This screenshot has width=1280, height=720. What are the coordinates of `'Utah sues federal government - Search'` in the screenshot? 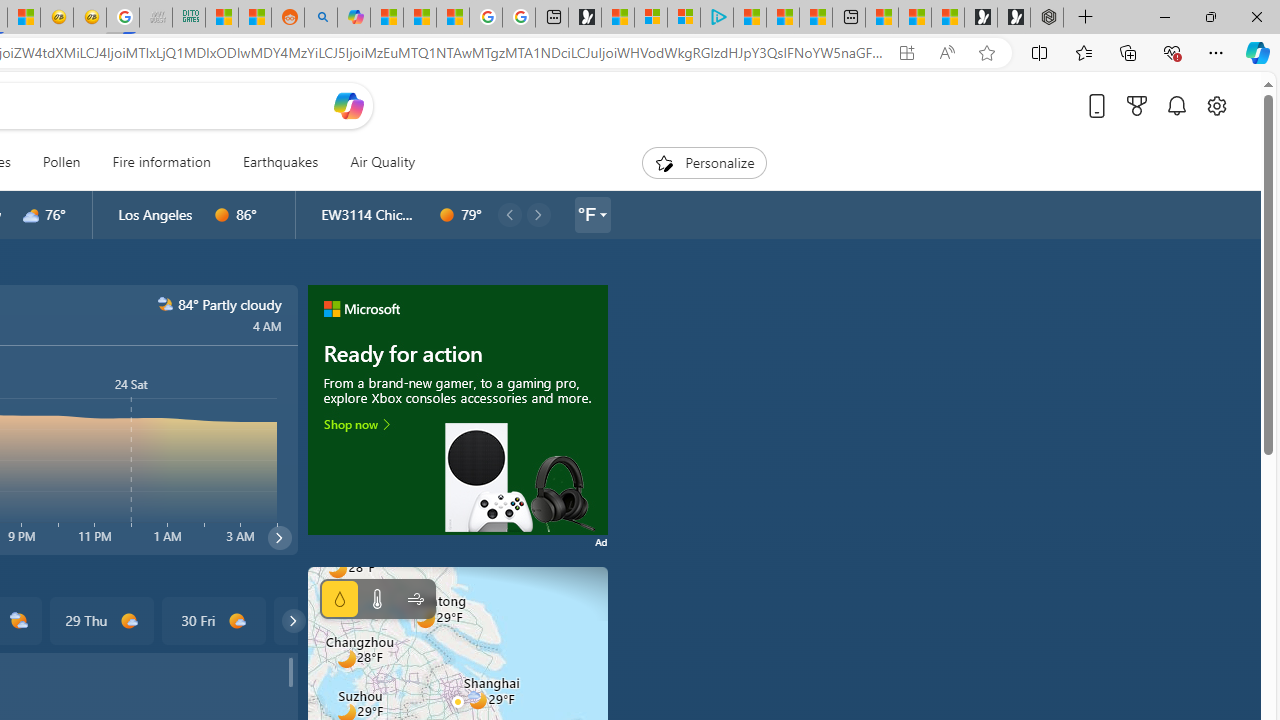 It's located at (320, 17).